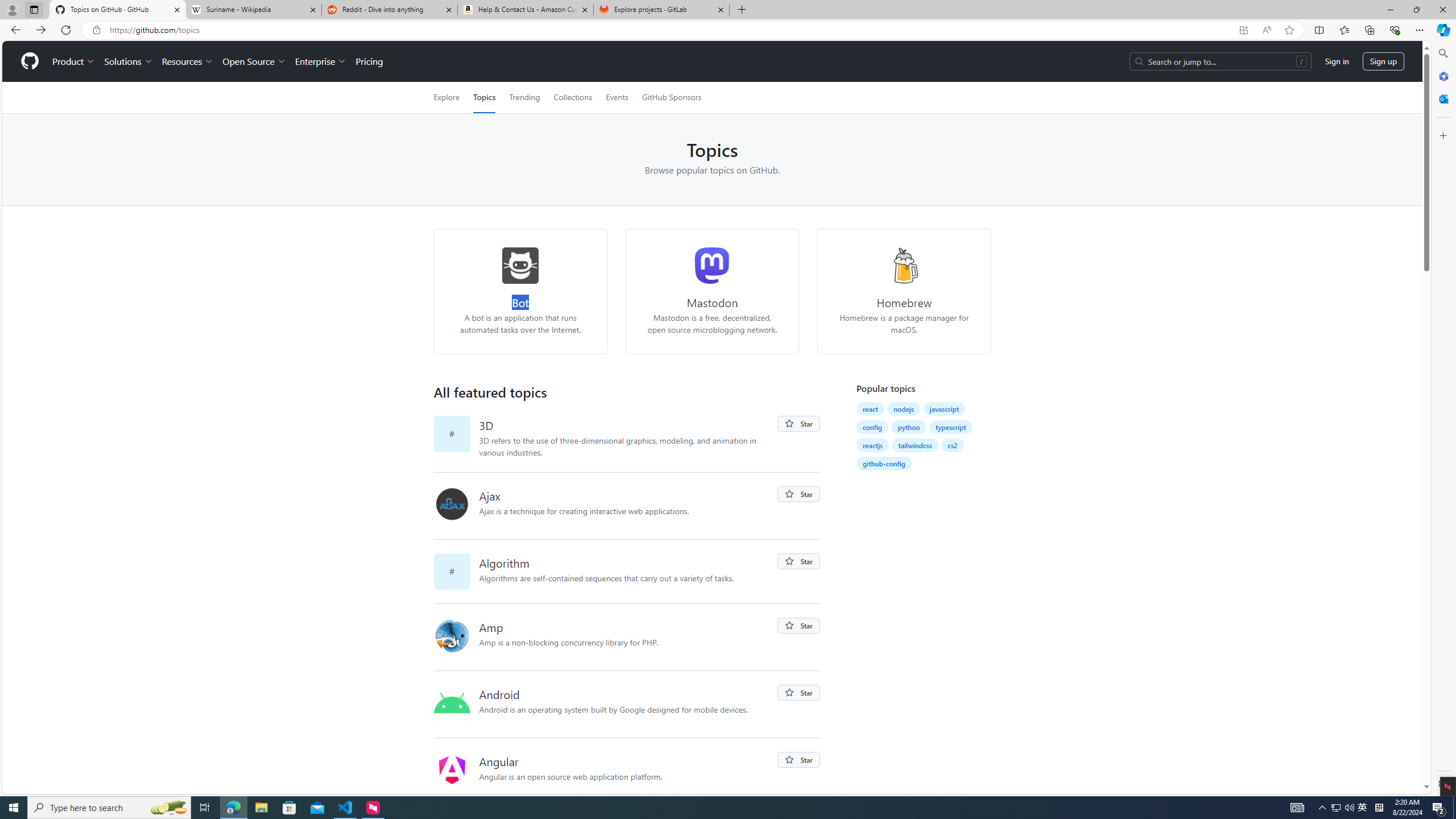  Describe the element at coordinates (617, 97) in the screenshot. I see `'Events'` at that location.